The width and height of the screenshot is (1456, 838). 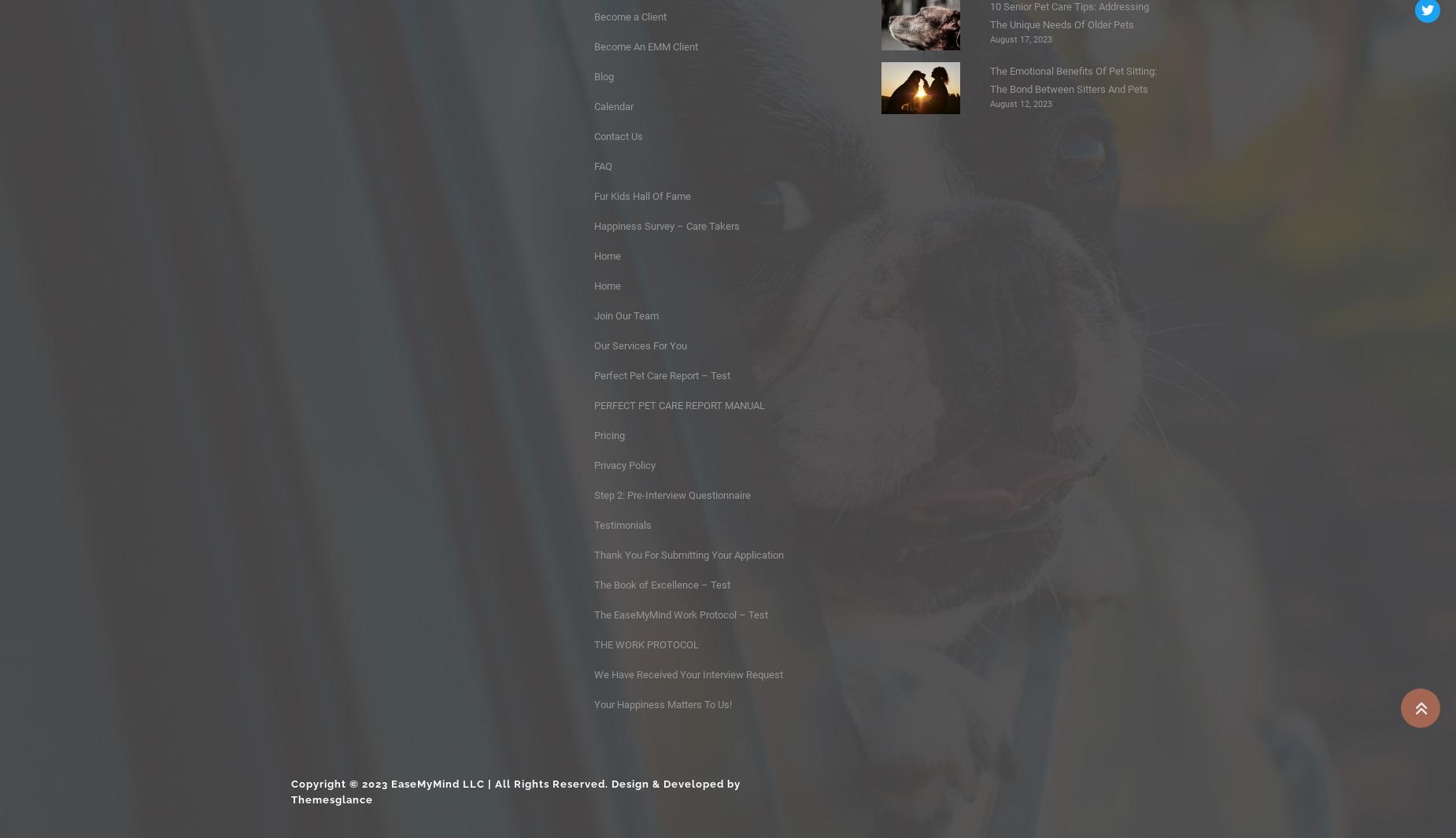 What do you see at coordinates (1020, 38) in the screenshot?
I see `'August 17, 2023'` at bounding box center [1020, 38].